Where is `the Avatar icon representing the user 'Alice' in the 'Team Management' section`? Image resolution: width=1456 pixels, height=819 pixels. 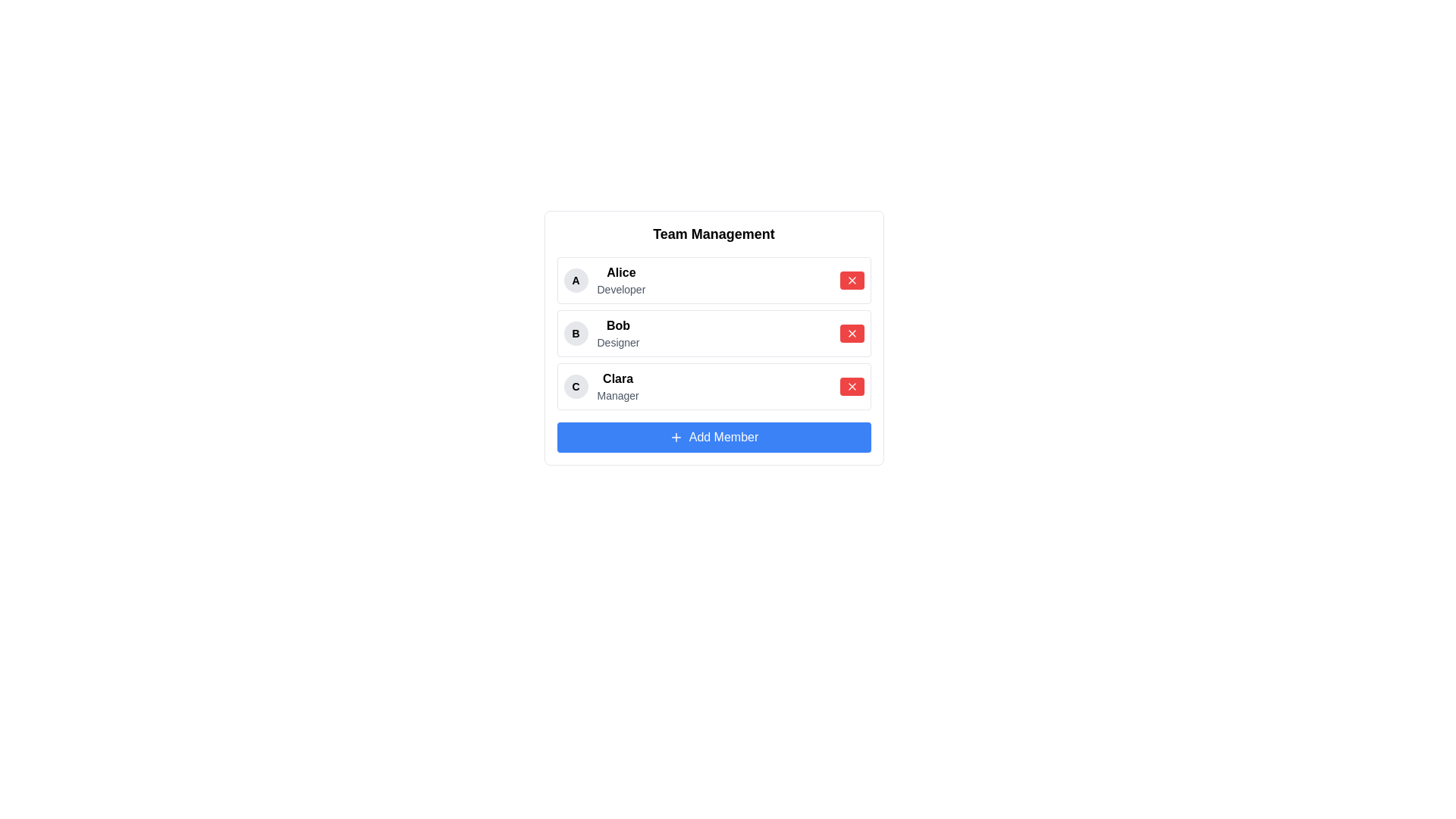 the Avatar icon representing the user 'Alice' in the 'Team Management' section is located at coordinates (575, 281).